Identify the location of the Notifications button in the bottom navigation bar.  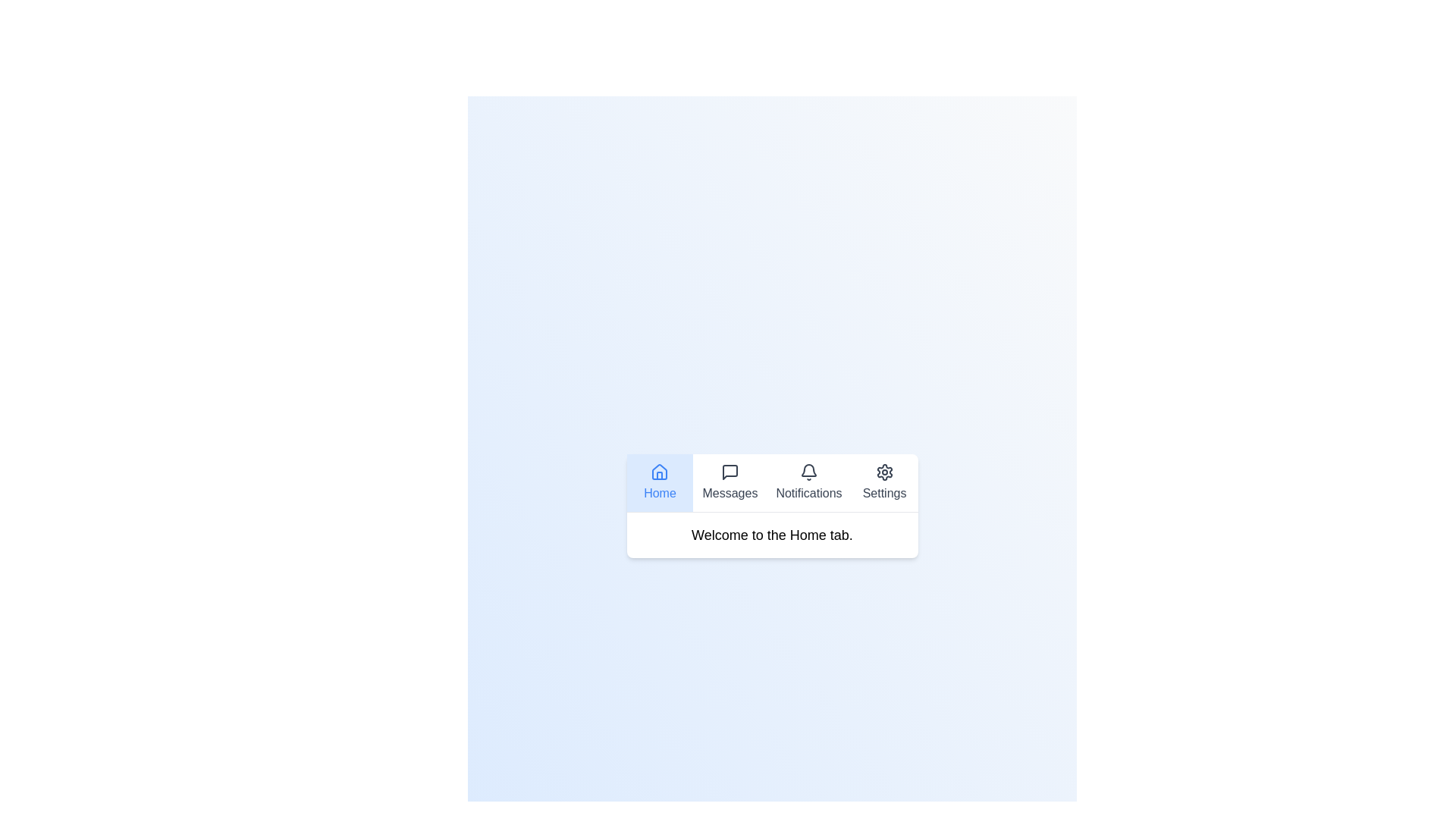
(808, 482).